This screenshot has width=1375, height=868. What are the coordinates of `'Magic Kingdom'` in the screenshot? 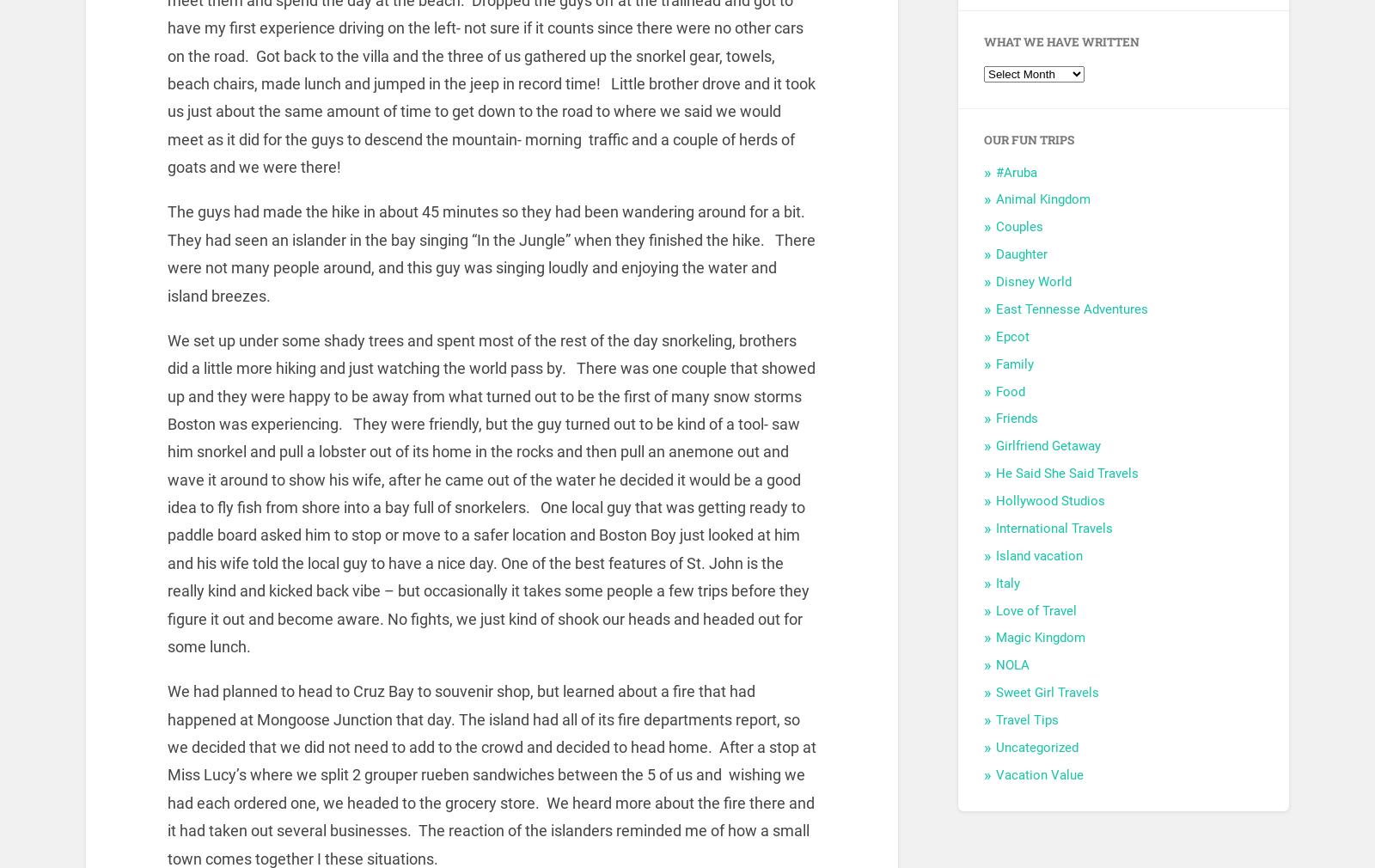 It's located at (996, 637).